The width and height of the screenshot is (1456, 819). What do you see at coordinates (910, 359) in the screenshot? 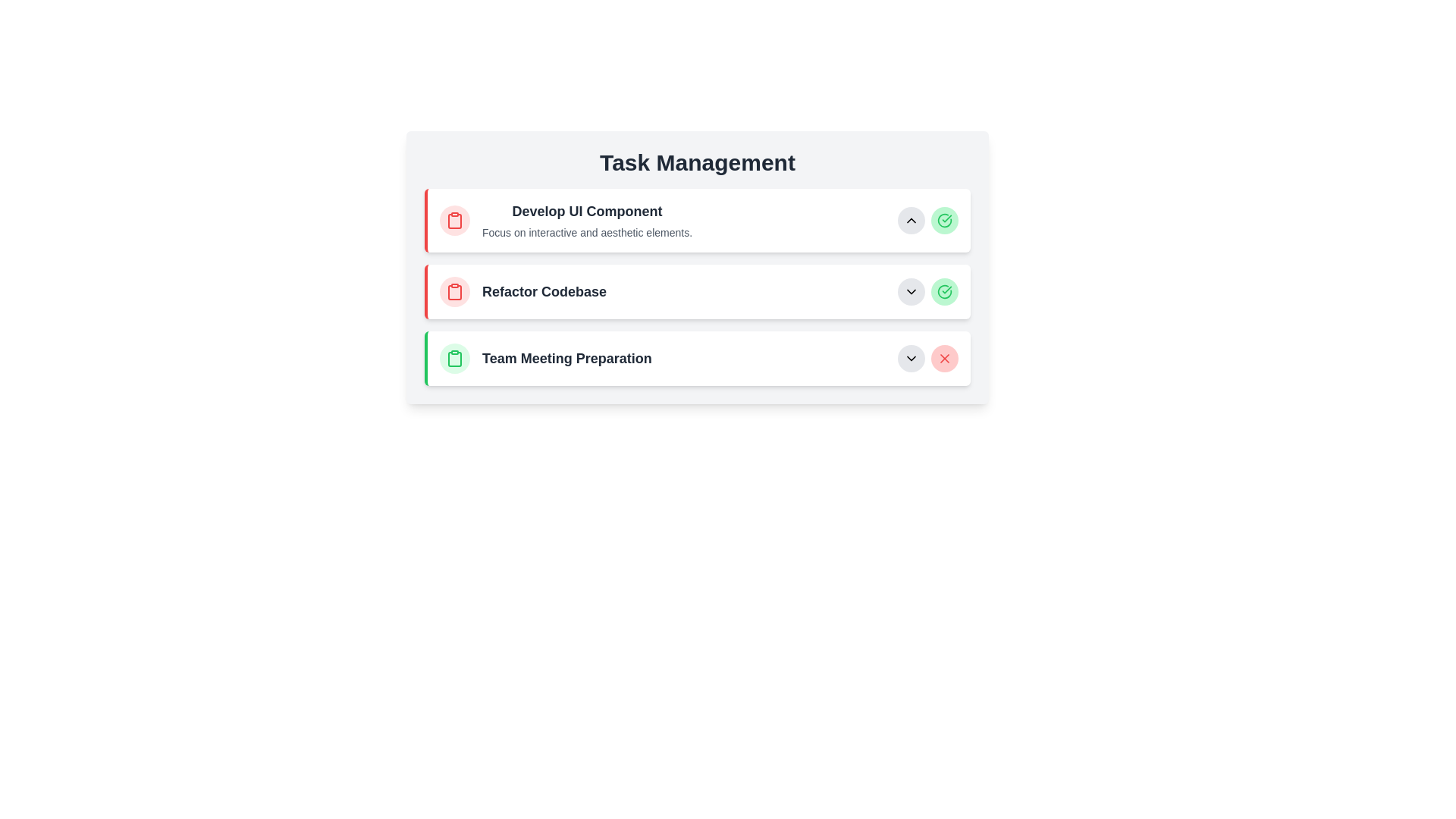
I see `the Dropdown toggle button` at bounding box center [910, 359].